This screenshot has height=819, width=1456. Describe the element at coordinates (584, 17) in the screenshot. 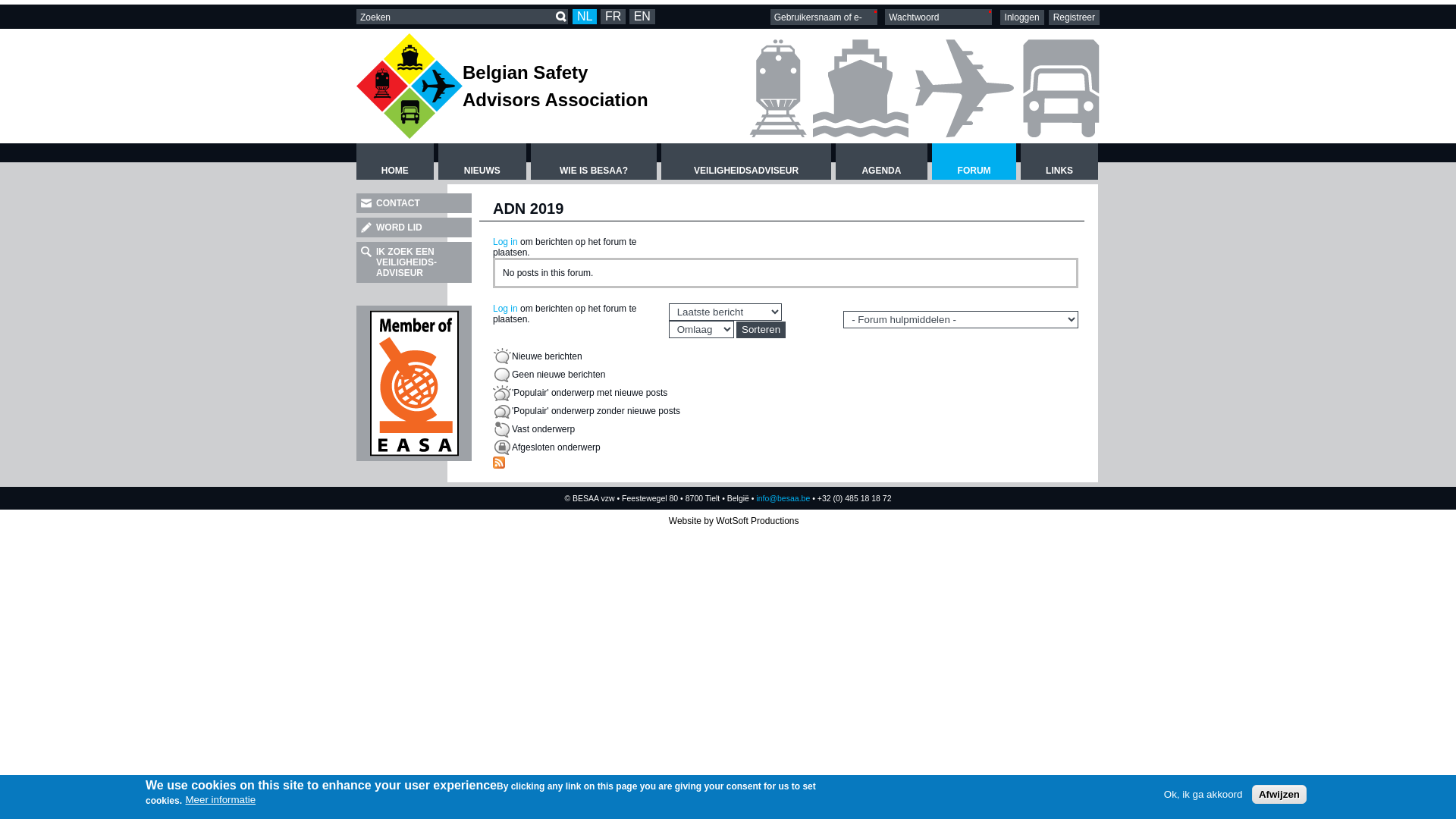

I see `'NL'` at that location.